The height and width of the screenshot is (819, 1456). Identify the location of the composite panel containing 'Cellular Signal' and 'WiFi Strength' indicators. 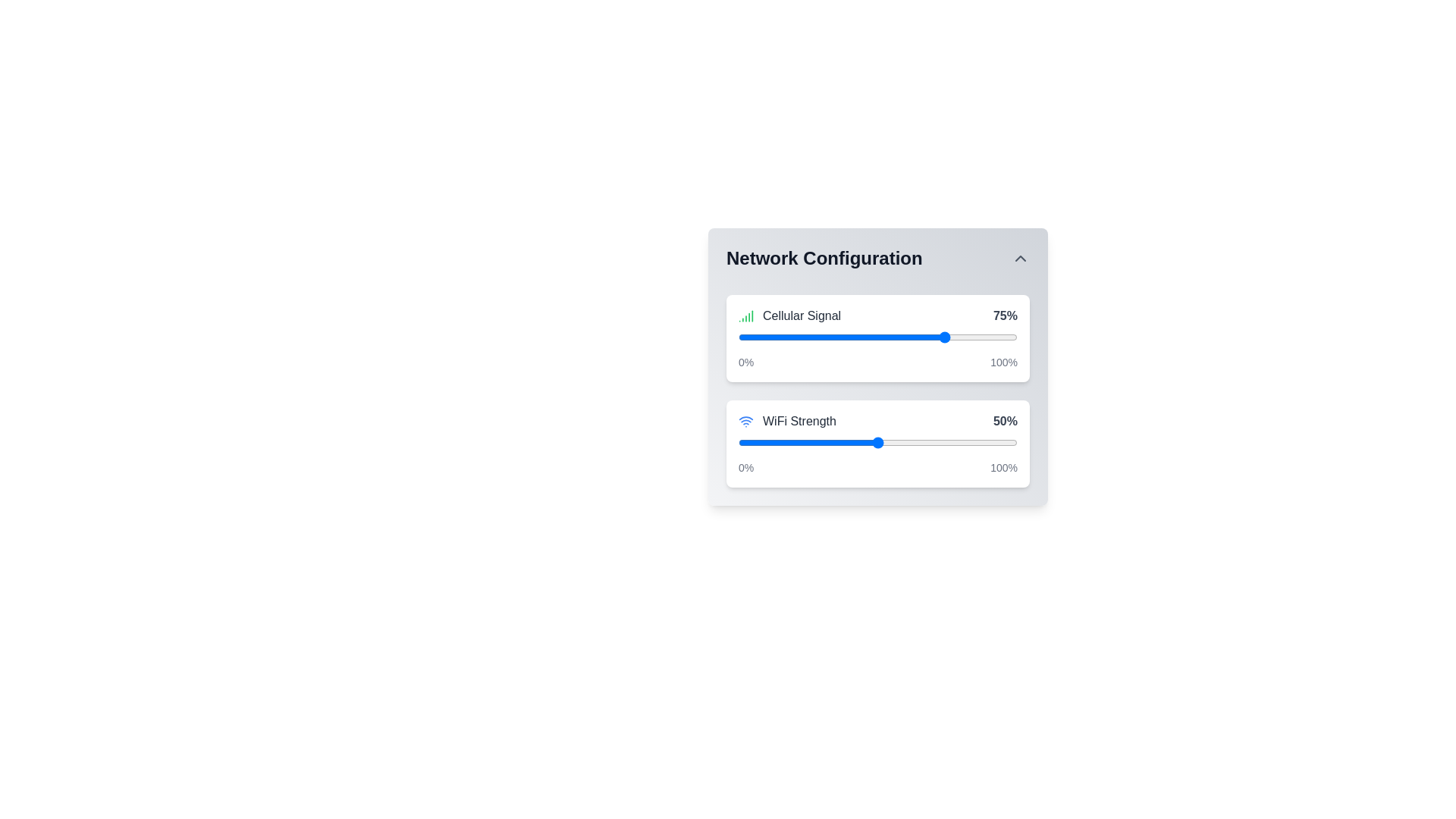
(877, 384).